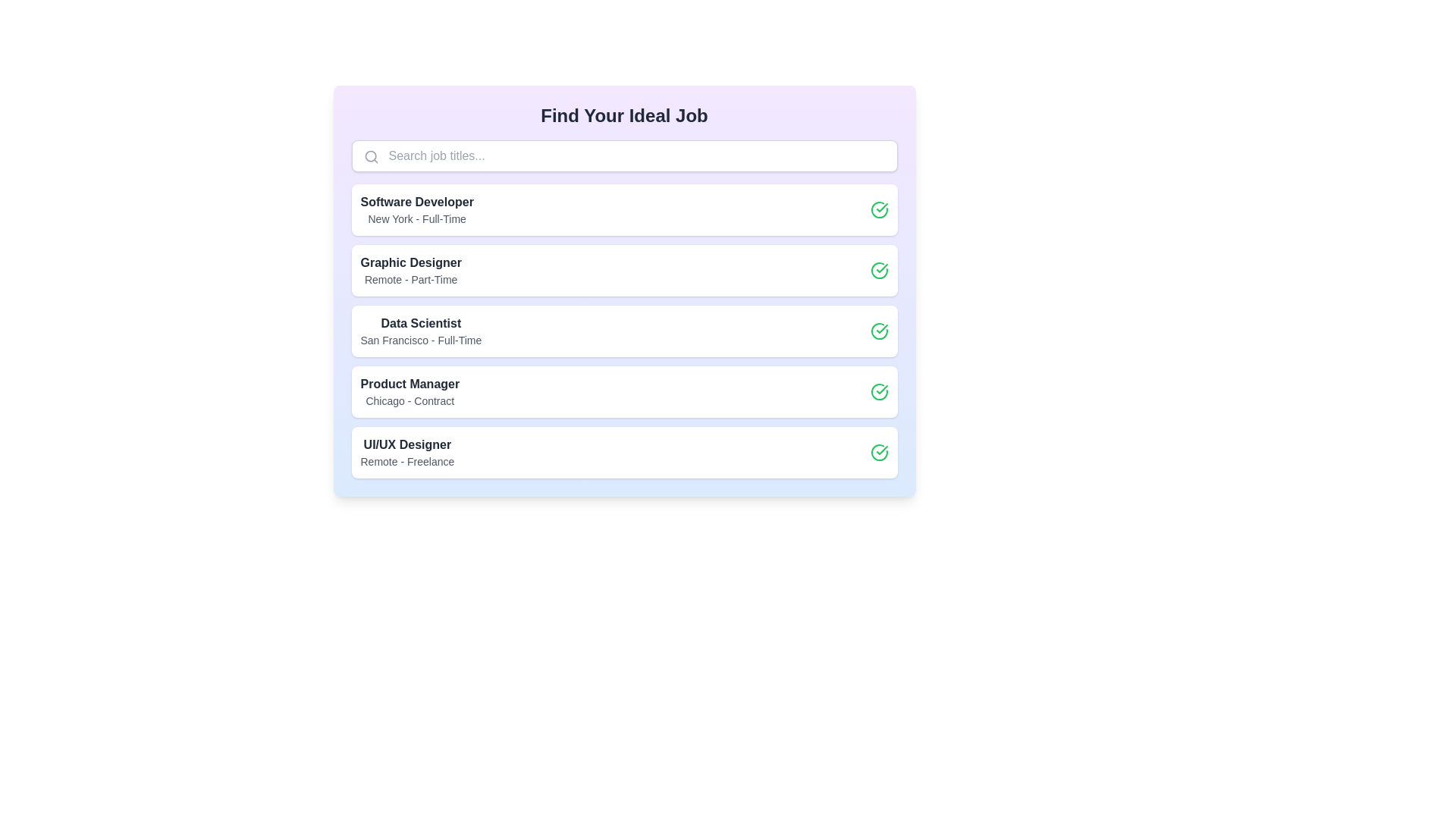 The height and width of the screenshot is (819, 1456). What do you see at coordinates (879, 210) in the screenshot?
I see `the circular green outlined icon with a checkmark symbol, located at the top-right corner of the job listing 'Software Developer New York - Full-Time'` at bounding box center [879, 210].